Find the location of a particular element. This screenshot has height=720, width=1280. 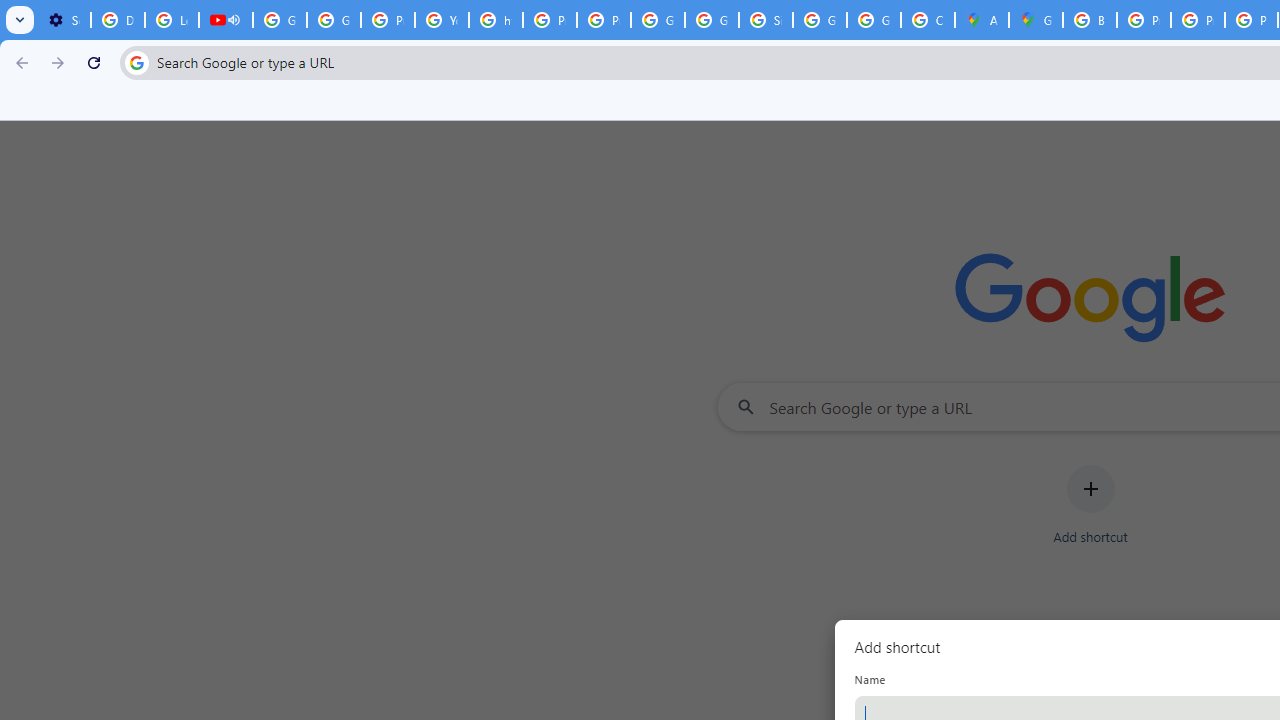

'Create your Google Account' is located at coordinates (927, 20).